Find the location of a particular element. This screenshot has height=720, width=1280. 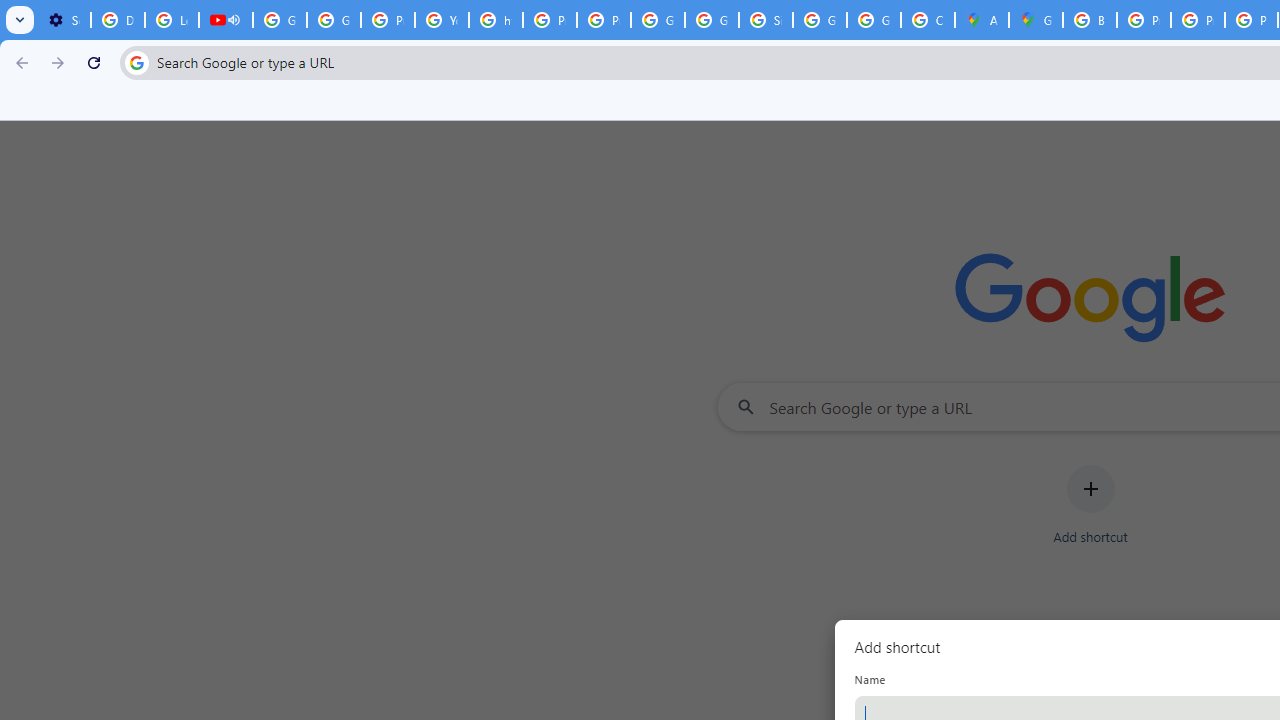

'Create your Google Account' is located at coordinates (927, 20).